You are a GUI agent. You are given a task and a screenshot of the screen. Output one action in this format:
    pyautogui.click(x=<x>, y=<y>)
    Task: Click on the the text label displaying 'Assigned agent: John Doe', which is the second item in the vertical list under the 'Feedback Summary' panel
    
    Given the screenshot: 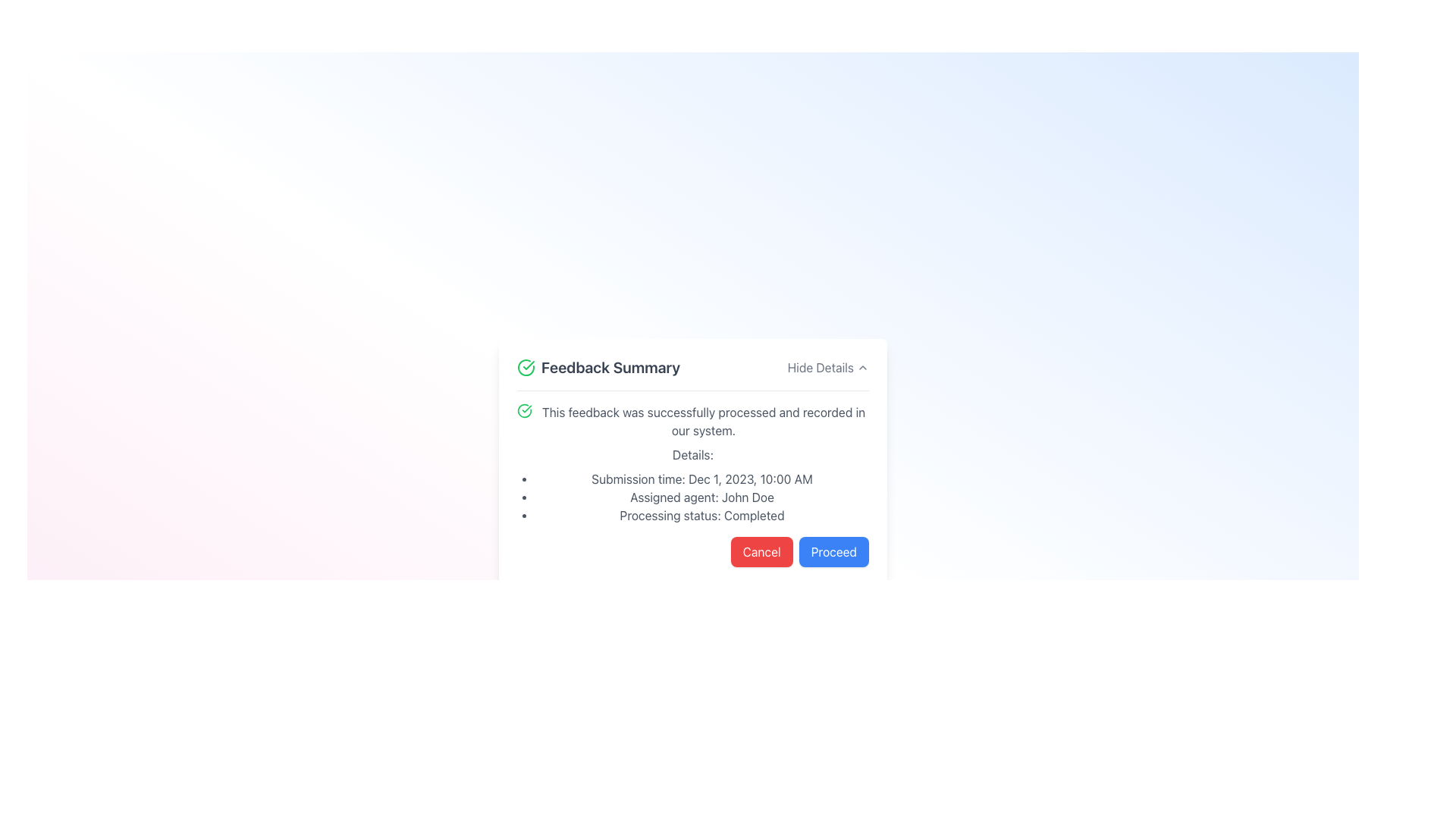 What is the action you would take?
    pyautogui.click(x=701, y=497)
    